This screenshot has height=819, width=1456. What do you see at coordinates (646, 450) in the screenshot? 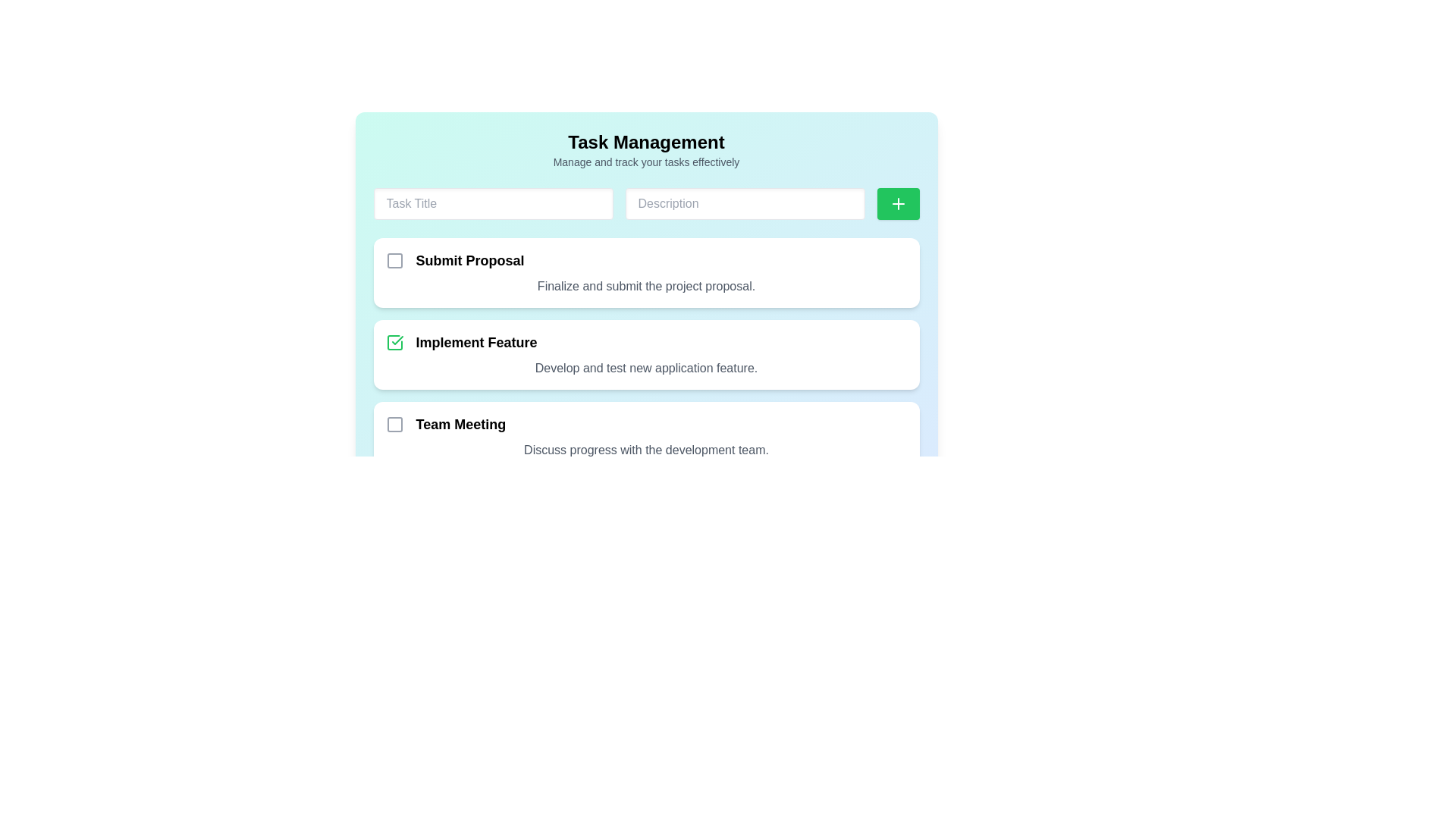
I see `the Text Label displaying 'Discuss progress with the development team.' located under the 'Team Meeting' heading` at bounding box center [646, 450].